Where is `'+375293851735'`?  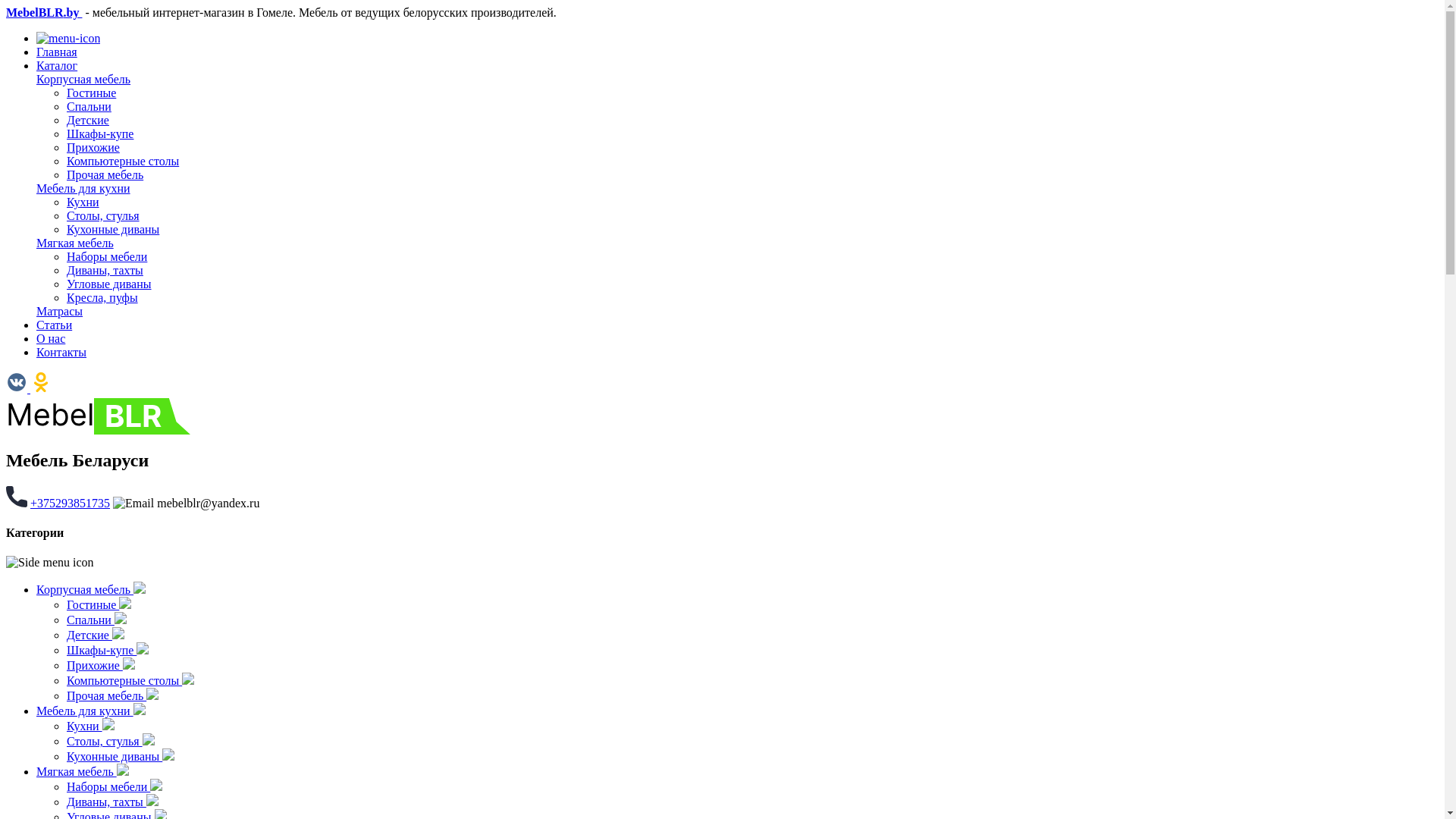
'+375293851735' is located at coordinates (69, 503).